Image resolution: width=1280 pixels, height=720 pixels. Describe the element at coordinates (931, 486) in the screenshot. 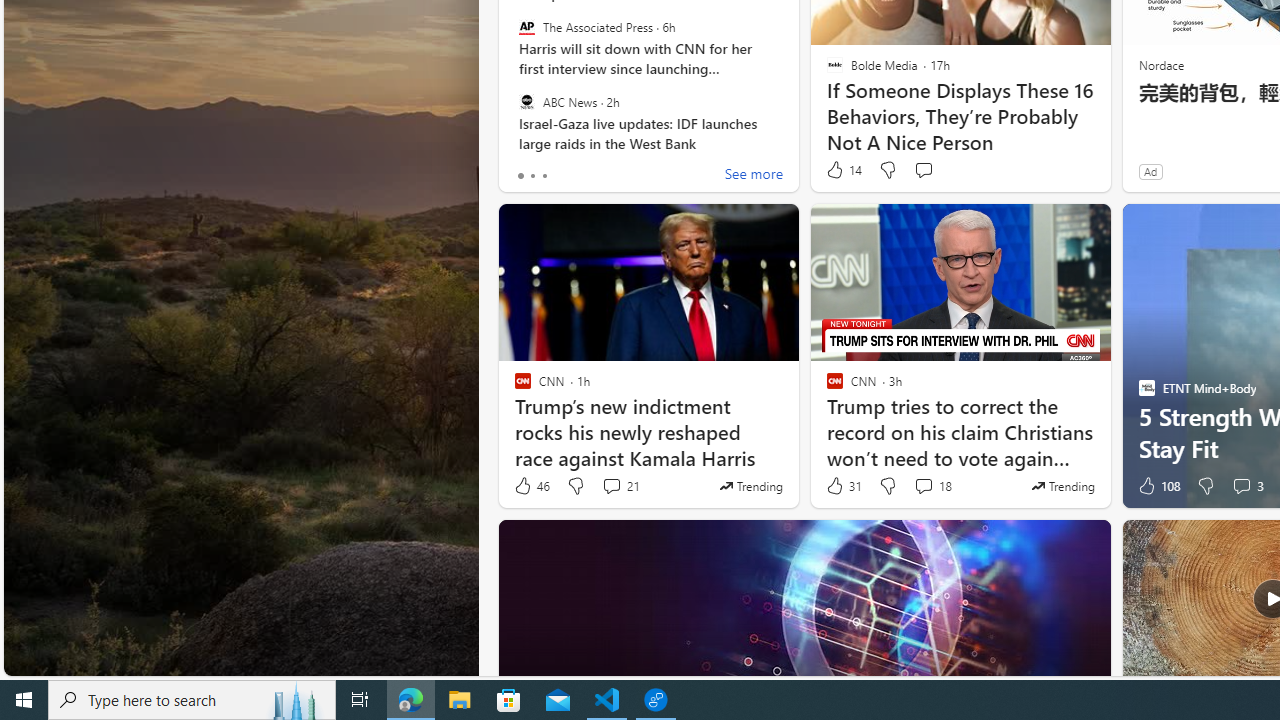

I see `'View comments 18 Comment'` at that location.